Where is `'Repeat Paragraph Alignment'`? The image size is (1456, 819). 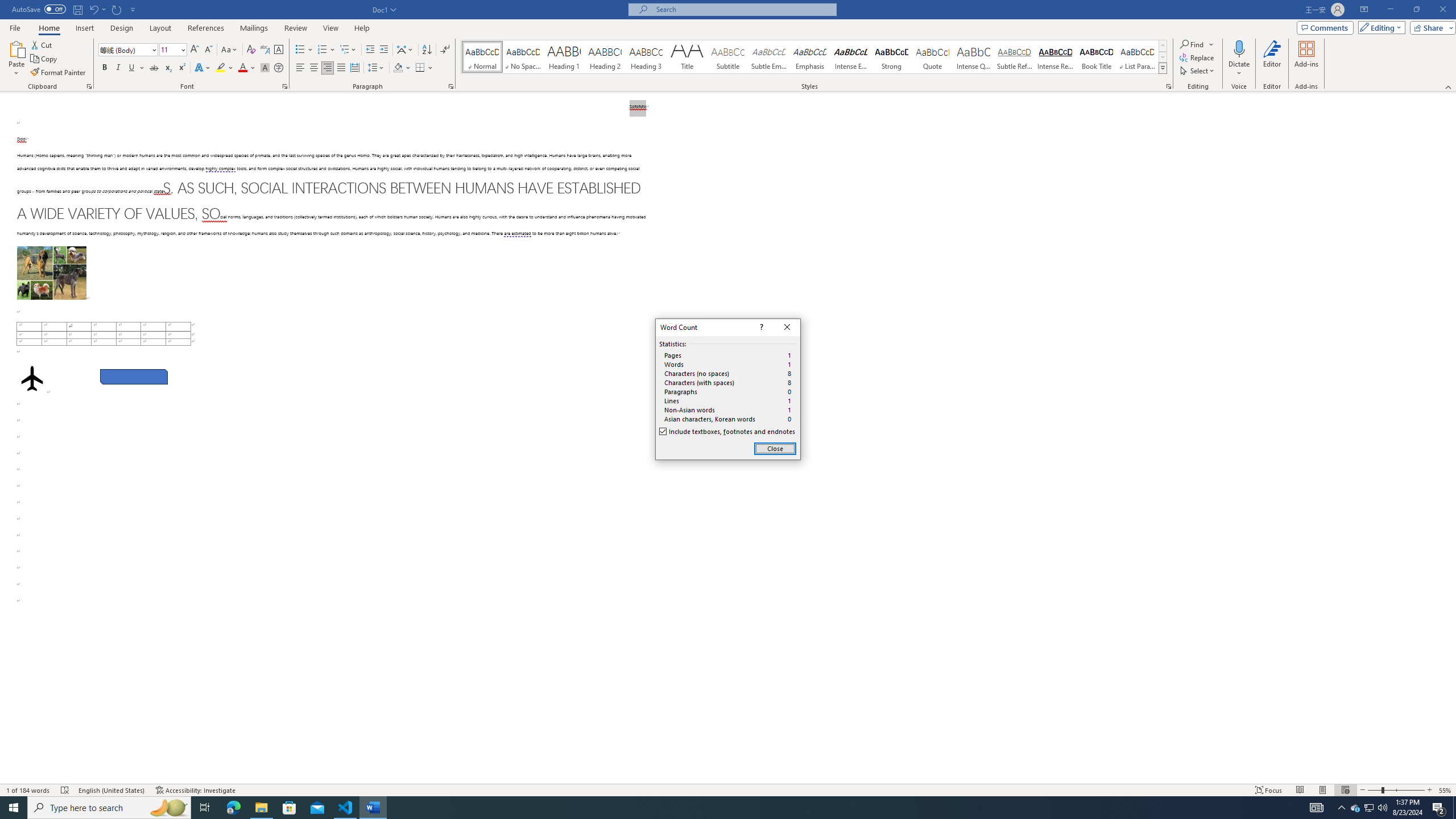
'Repeat Paragraph Alignment' is located at coordinates (117, 9).